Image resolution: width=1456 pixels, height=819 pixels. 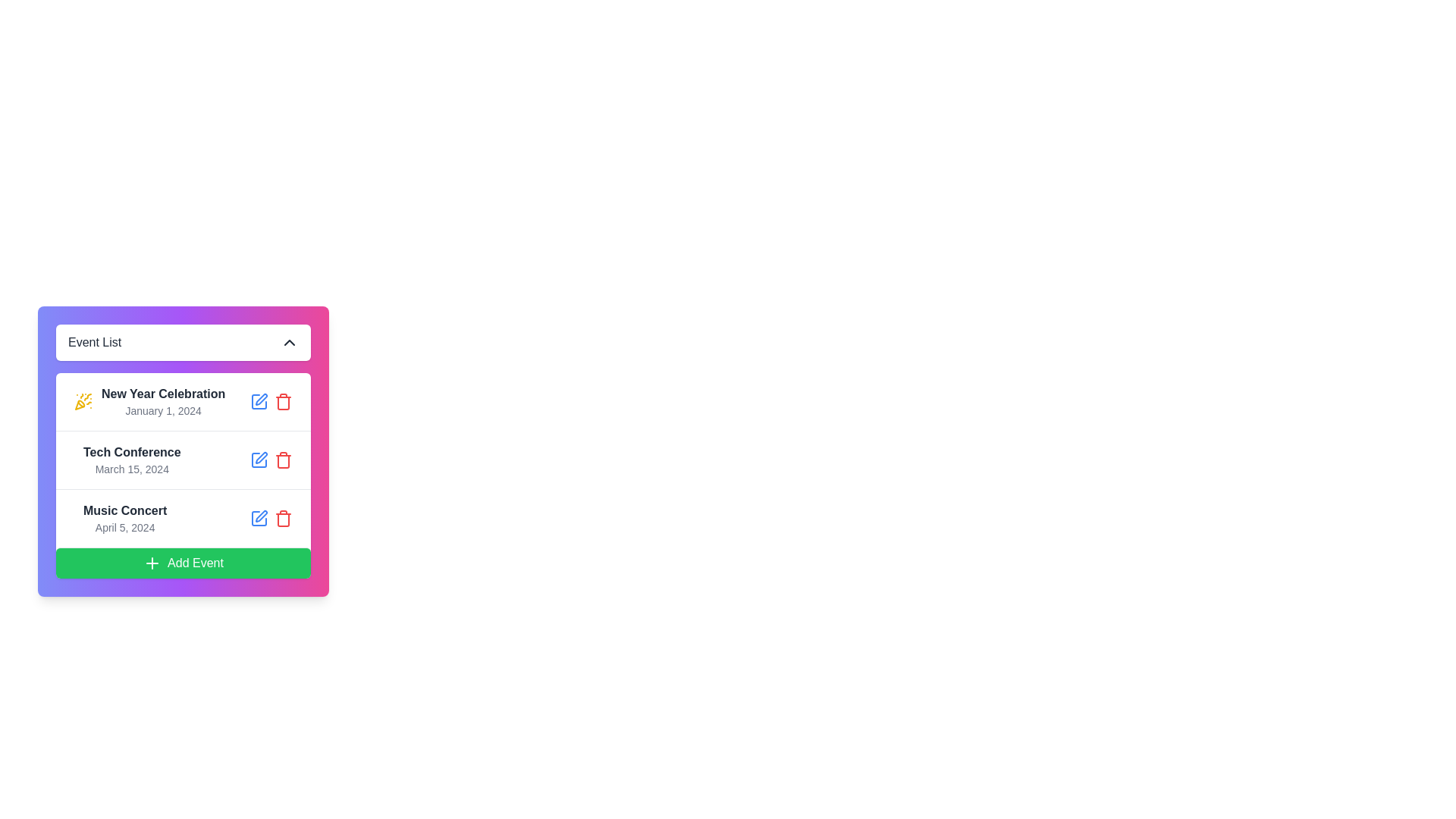 What do you see at coordinates (259, 459) in the screenshot?
I see `the edit icon button for the 'Tech Conference' event` at bounding box center [259, 459].